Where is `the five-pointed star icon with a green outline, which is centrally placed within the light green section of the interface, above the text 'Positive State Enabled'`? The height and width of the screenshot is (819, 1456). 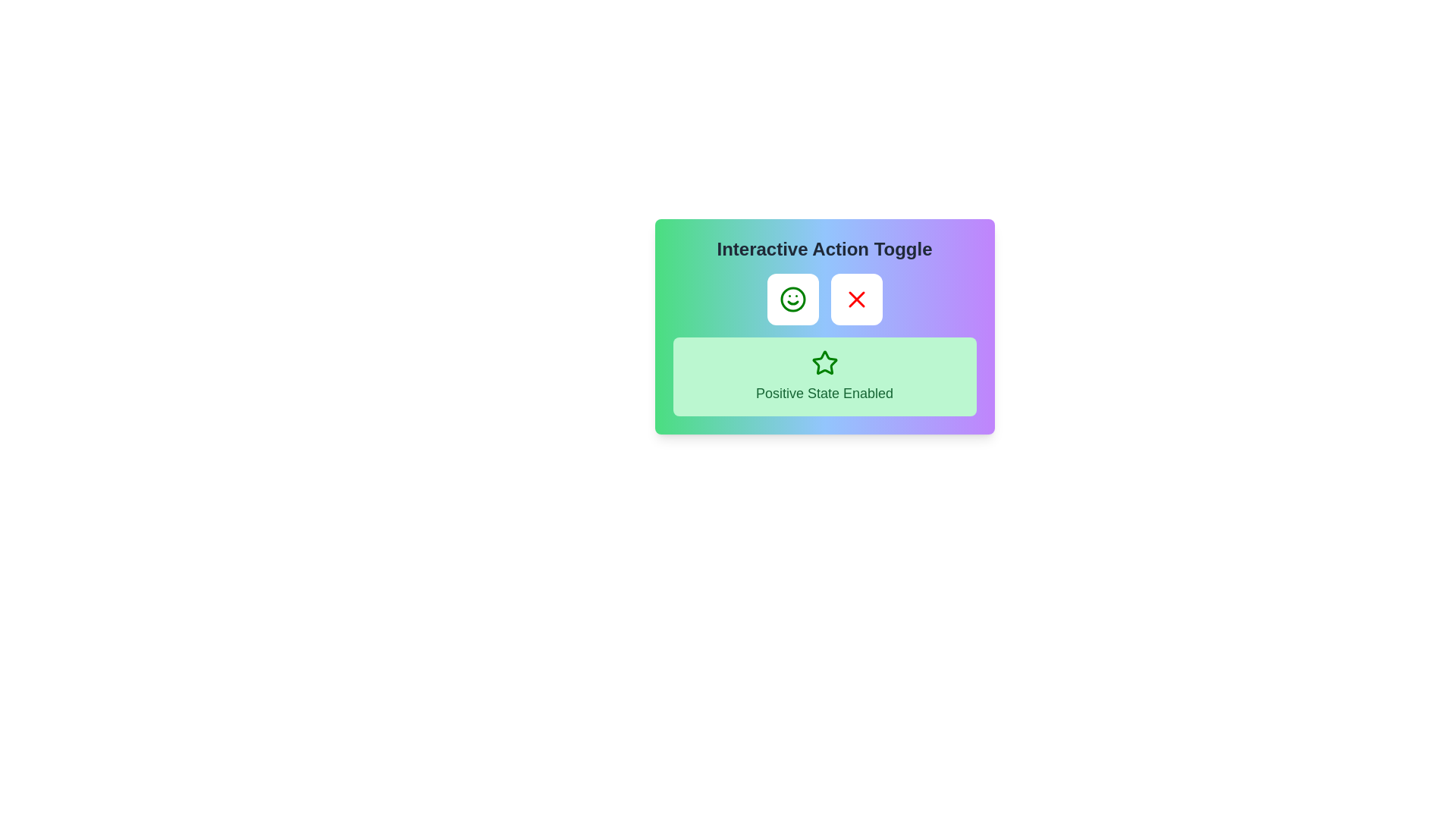
the five-pointed star icon with a green outline, which is centrally placed within the light green section of the interface, above the text 'Positive State Enabled' is located at coordinates (824, 362).